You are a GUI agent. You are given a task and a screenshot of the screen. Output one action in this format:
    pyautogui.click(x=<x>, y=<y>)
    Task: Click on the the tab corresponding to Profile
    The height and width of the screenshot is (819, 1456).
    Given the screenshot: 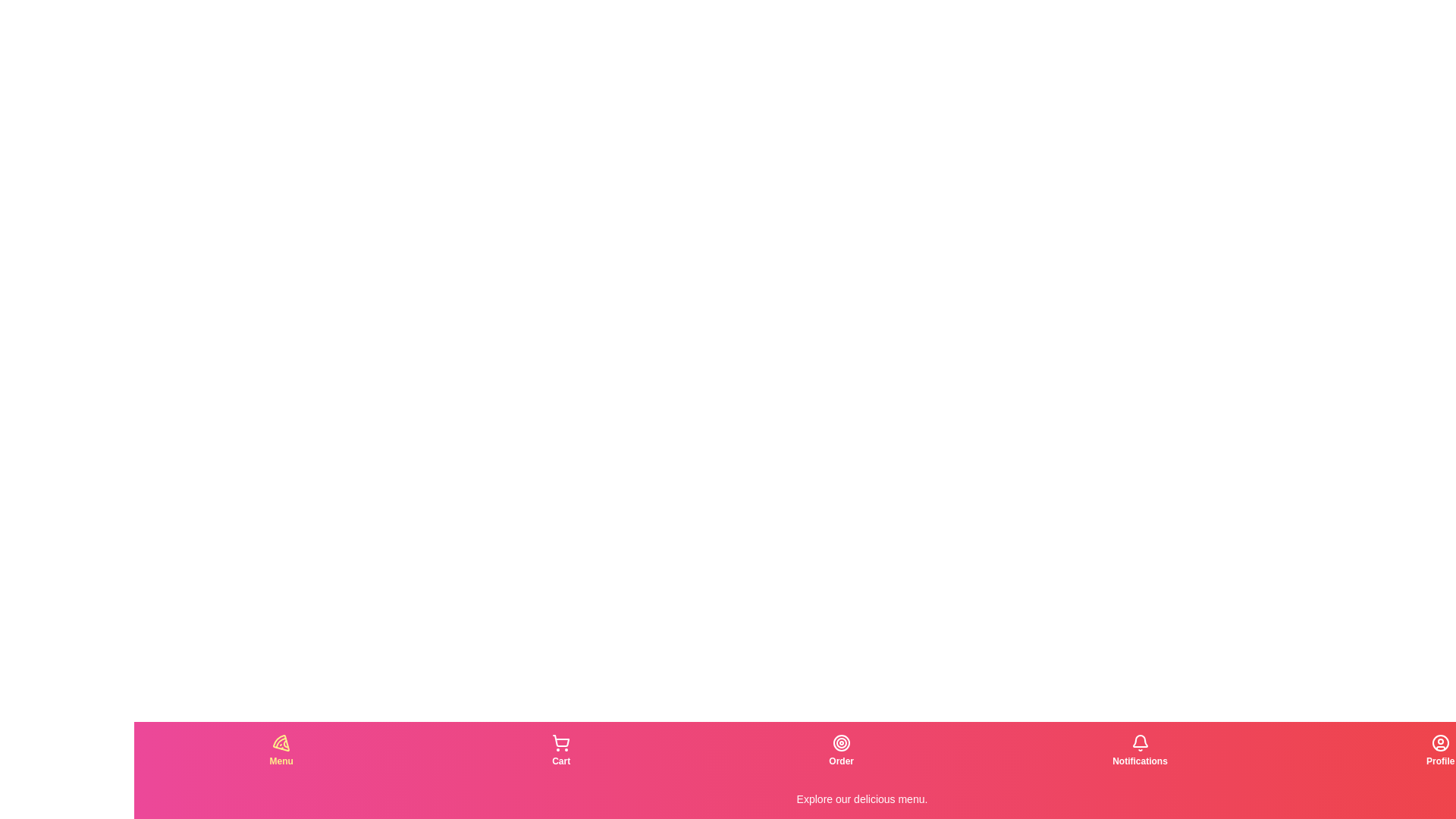 What is the action you would take?
    pyautogui.click(x=1439, y=751)
    